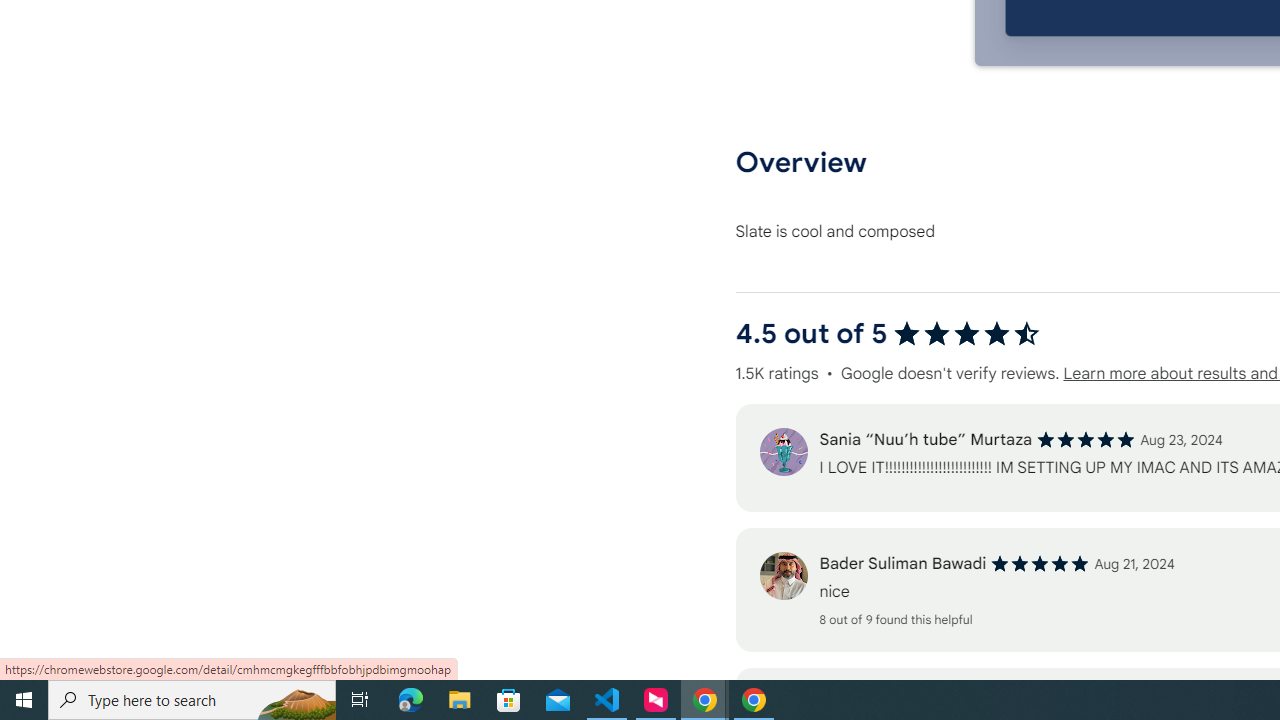 The width and height of the screenshot is (1280, 720). I want to click on '4.5 out of 5 stars', so click(966, 333).